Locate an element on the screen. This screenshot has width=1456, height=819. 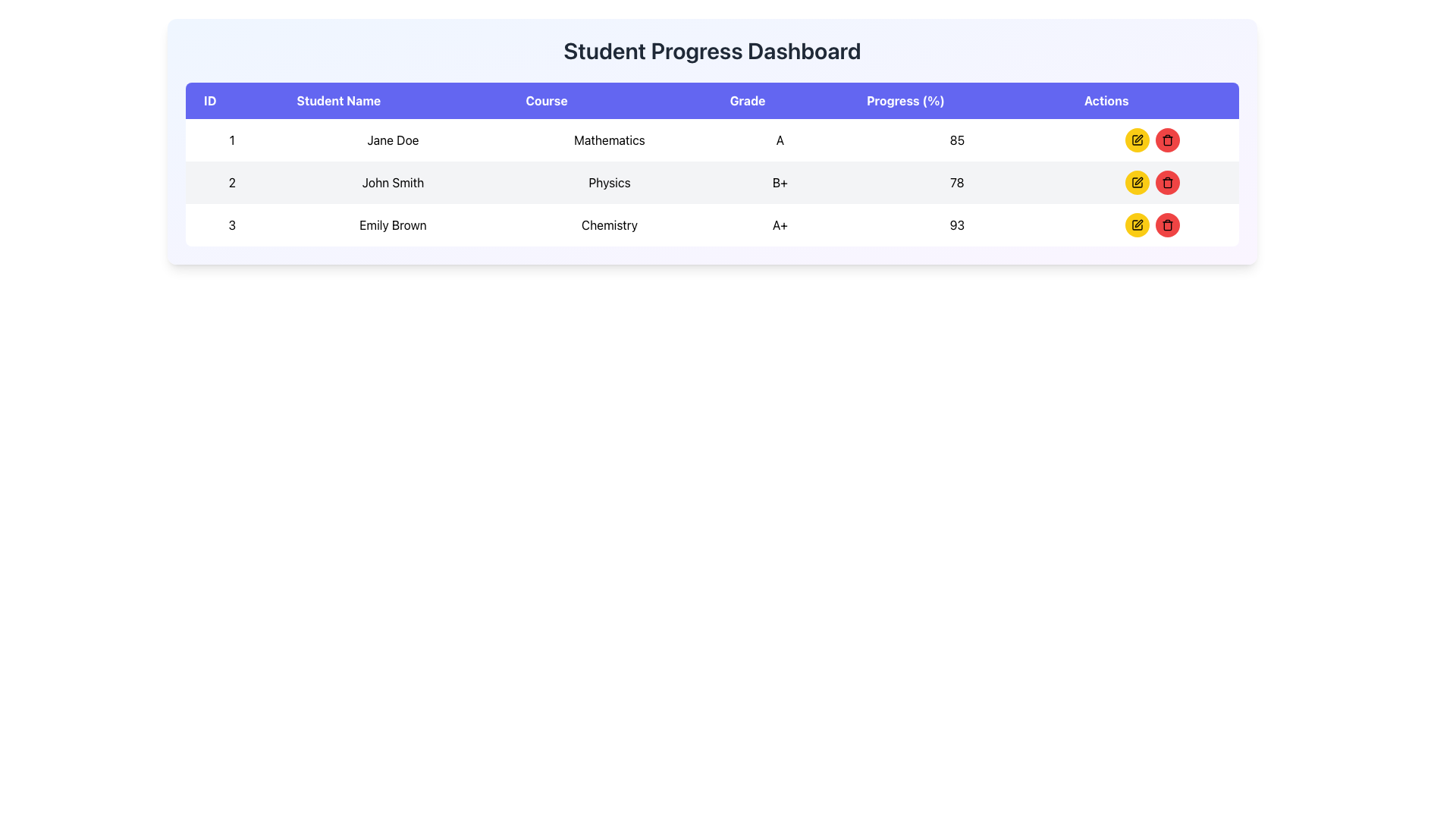
the third row of the data table, which contains fields such as ID, name, subject, grade, progress percentage, and action buttons, immediately following the row for 'John Smith' is located at coordinates (711, 225).